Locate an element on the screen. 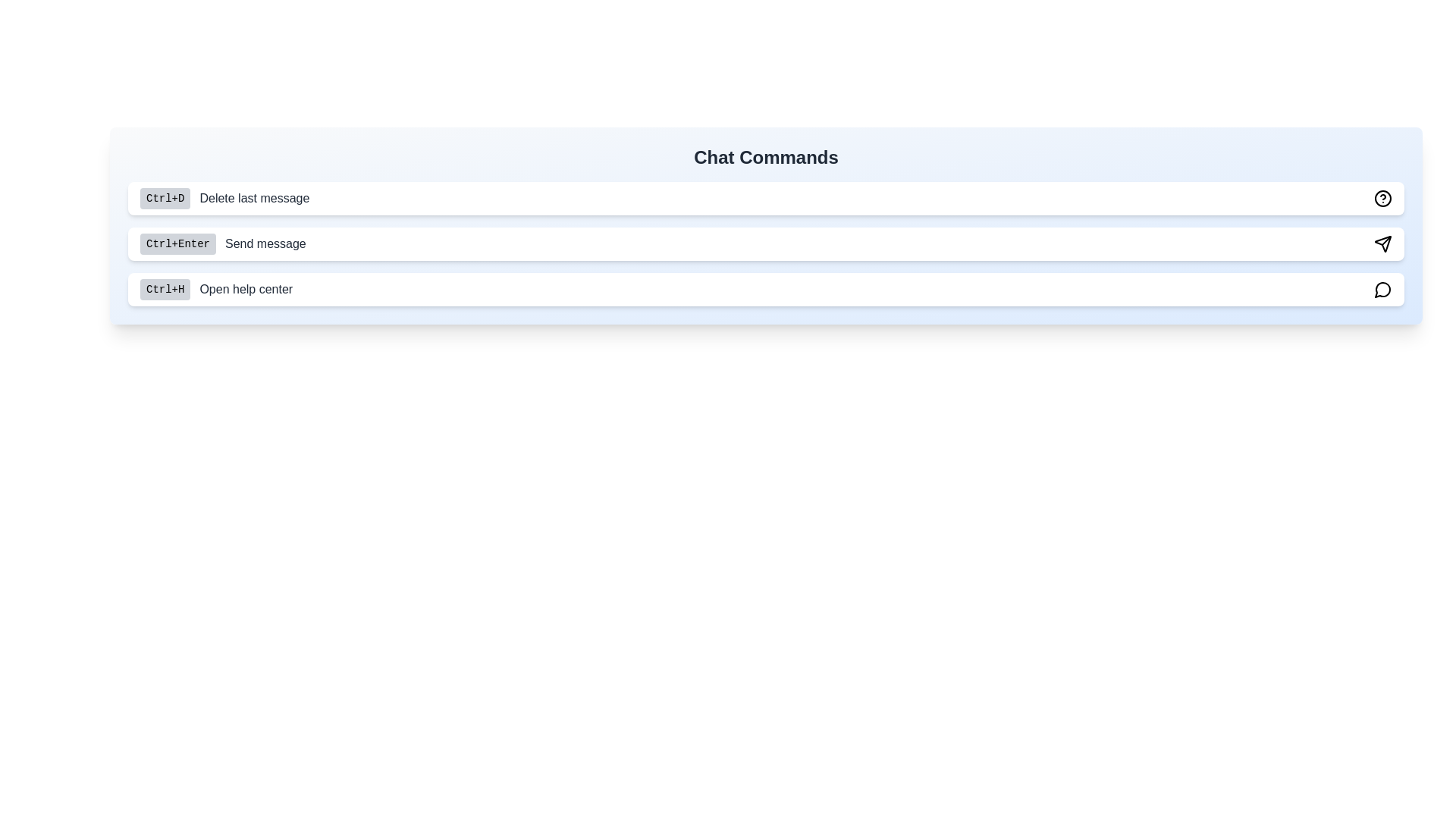  the informational text that describes the shortcut 'Ctrl+H' for 'Open help center', which is the third item in a vertical list of command shortcut descriptions is located at coordinates (215, 289).